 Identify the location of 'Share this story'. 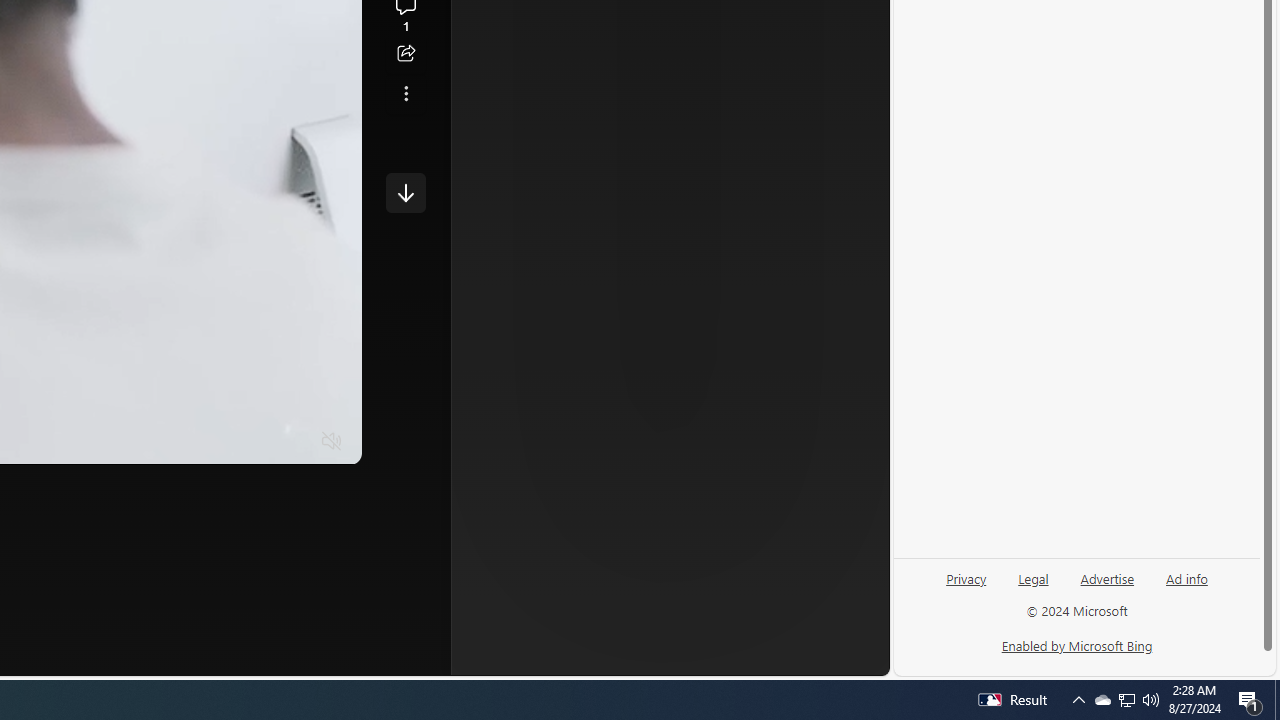
(405, 53).